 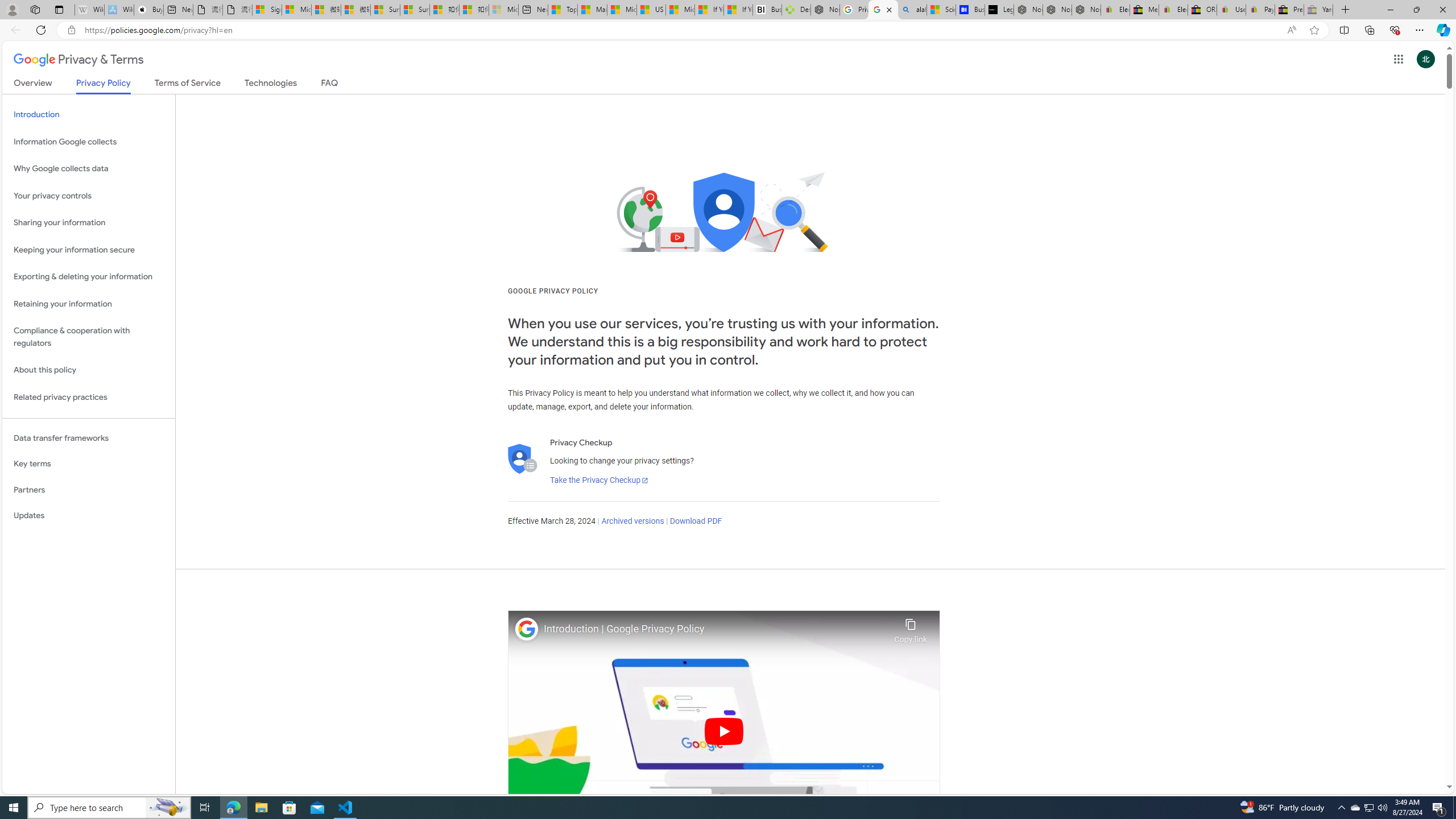 What do you see at coordinates (88, 168) in the screenshot?
I see `'Why Google collects data'` at bounding box center [88, 168].